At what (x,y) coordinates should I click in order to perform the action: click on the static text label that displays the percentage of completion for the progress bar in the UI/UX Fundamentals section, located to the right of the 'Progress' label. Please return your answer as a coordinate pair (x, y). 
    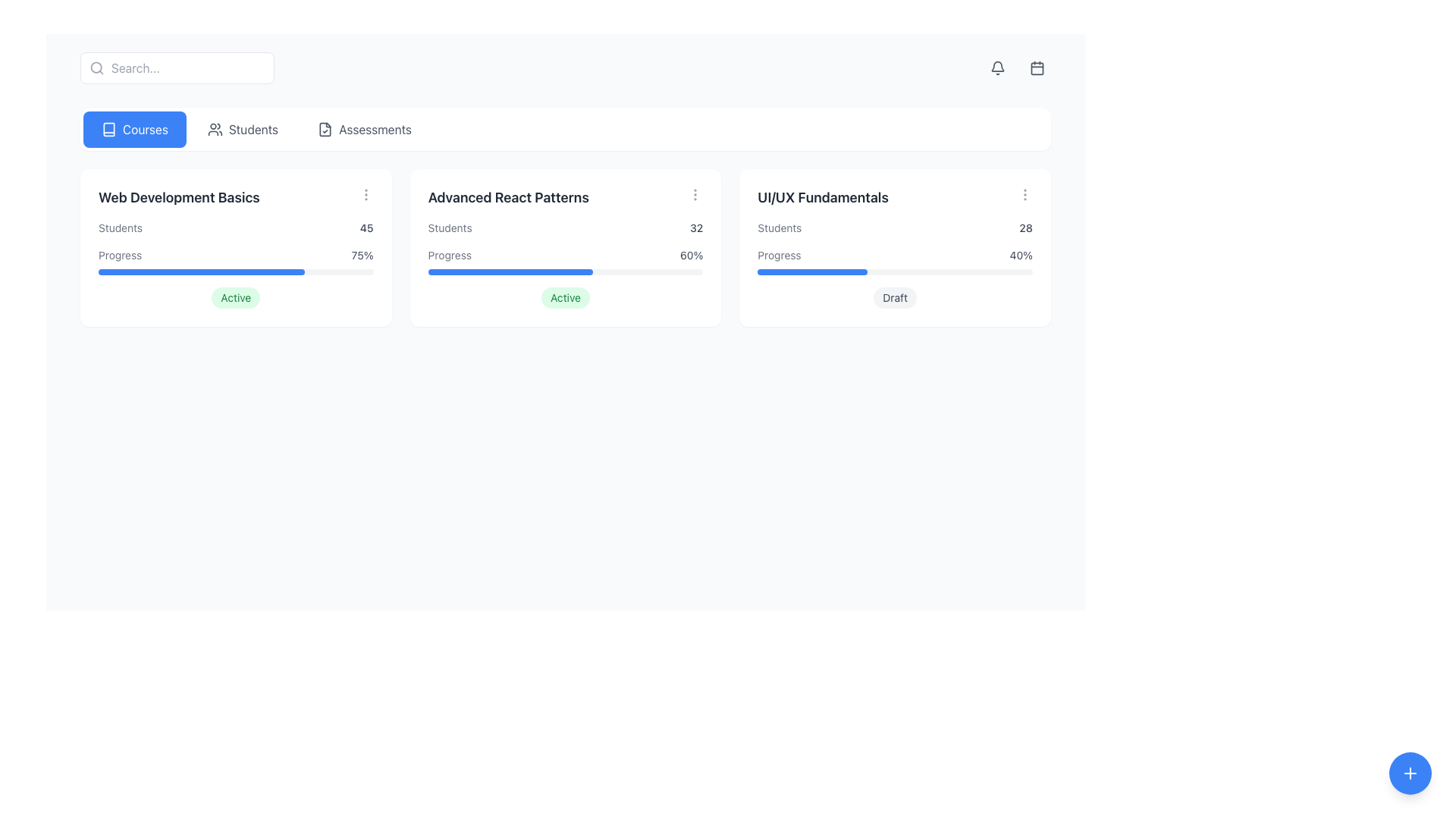
    Looking at the image, I should click on (1021, 254).